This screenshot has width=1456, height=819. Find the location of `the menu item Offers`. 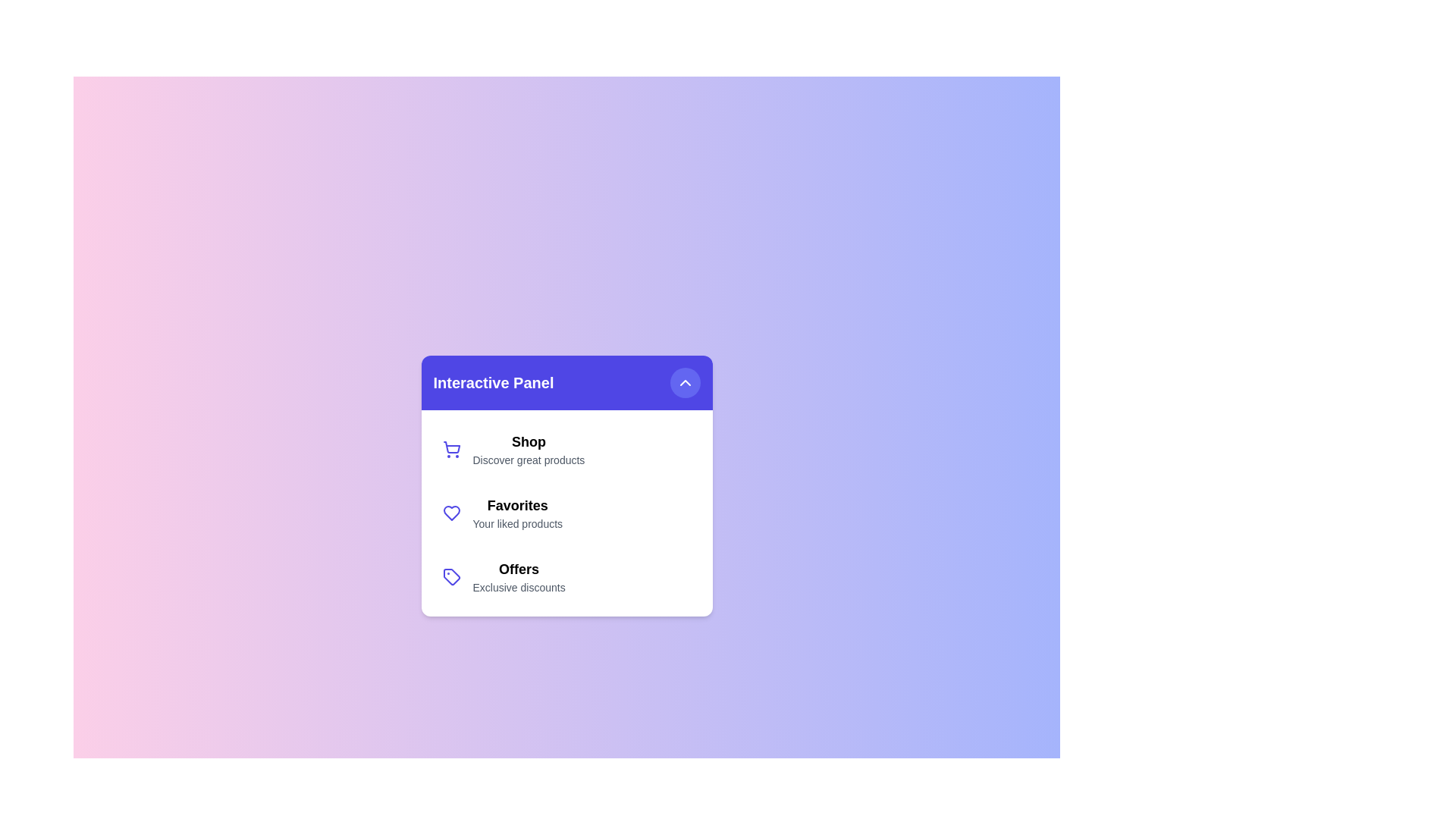

the menu item Offers is located at coordinates (566, 576).